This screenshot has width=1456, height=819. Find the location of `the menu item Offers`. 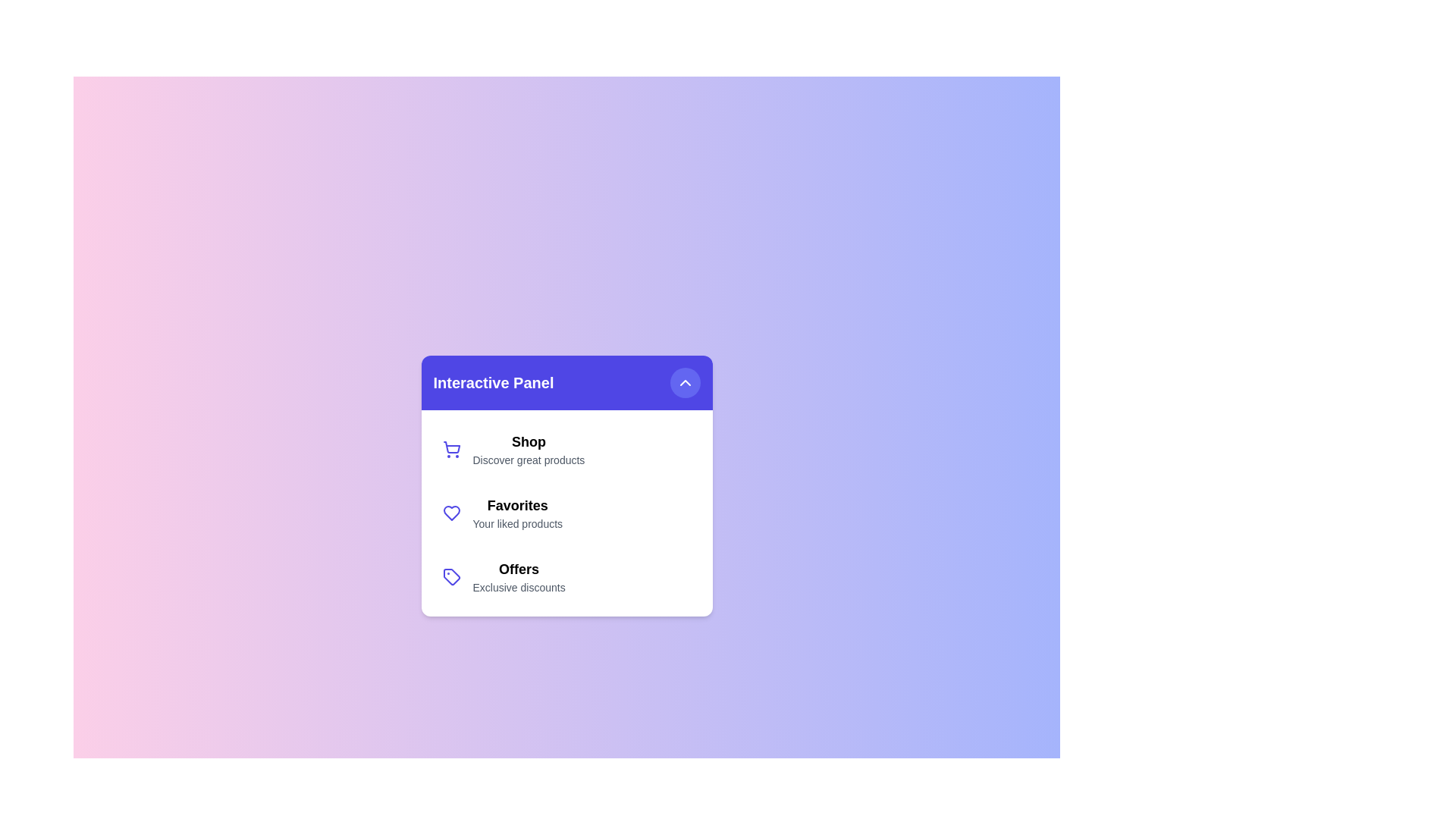

the menu item Offers is located at coordinates (566, 576).